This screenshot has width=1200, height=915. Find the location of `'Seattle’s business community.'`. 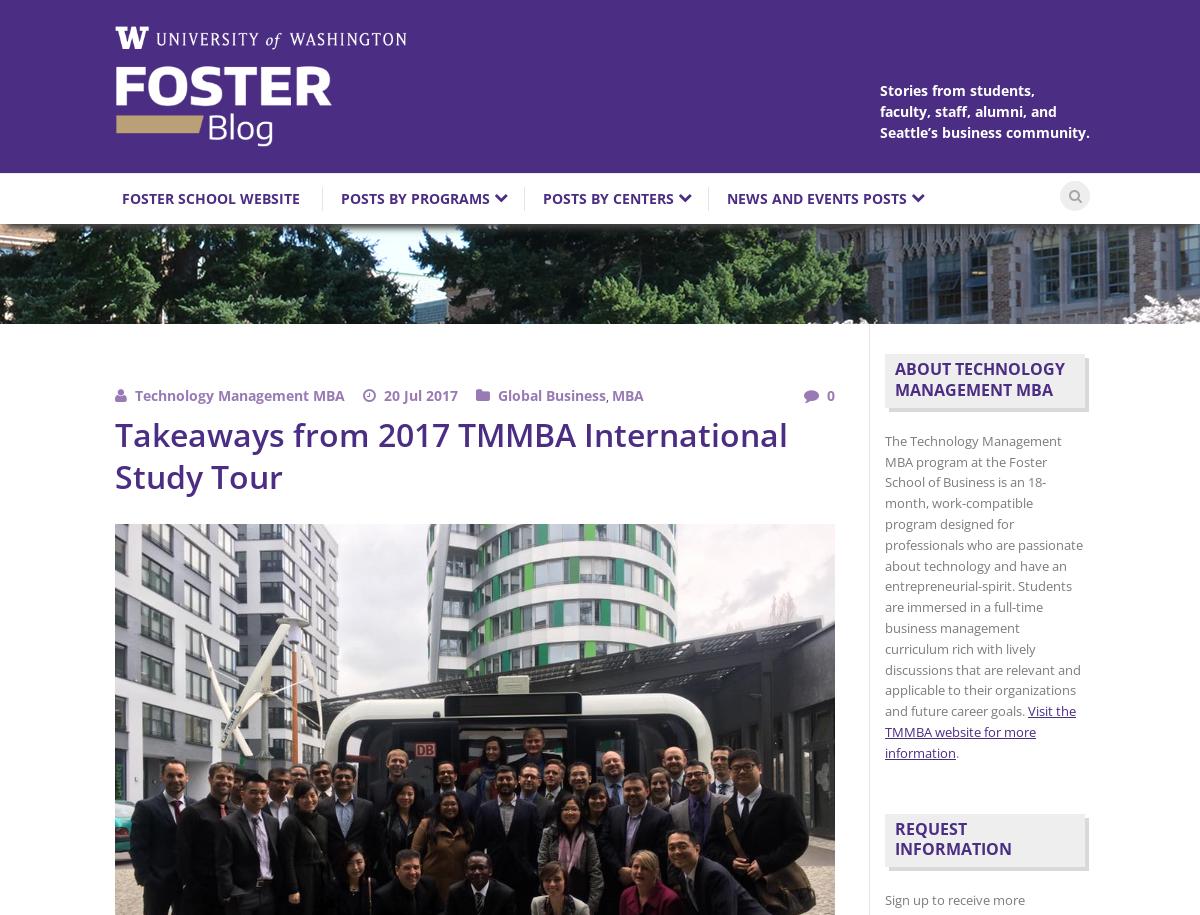

'Seattle’s business community.' is located at coordinates (984, 132).